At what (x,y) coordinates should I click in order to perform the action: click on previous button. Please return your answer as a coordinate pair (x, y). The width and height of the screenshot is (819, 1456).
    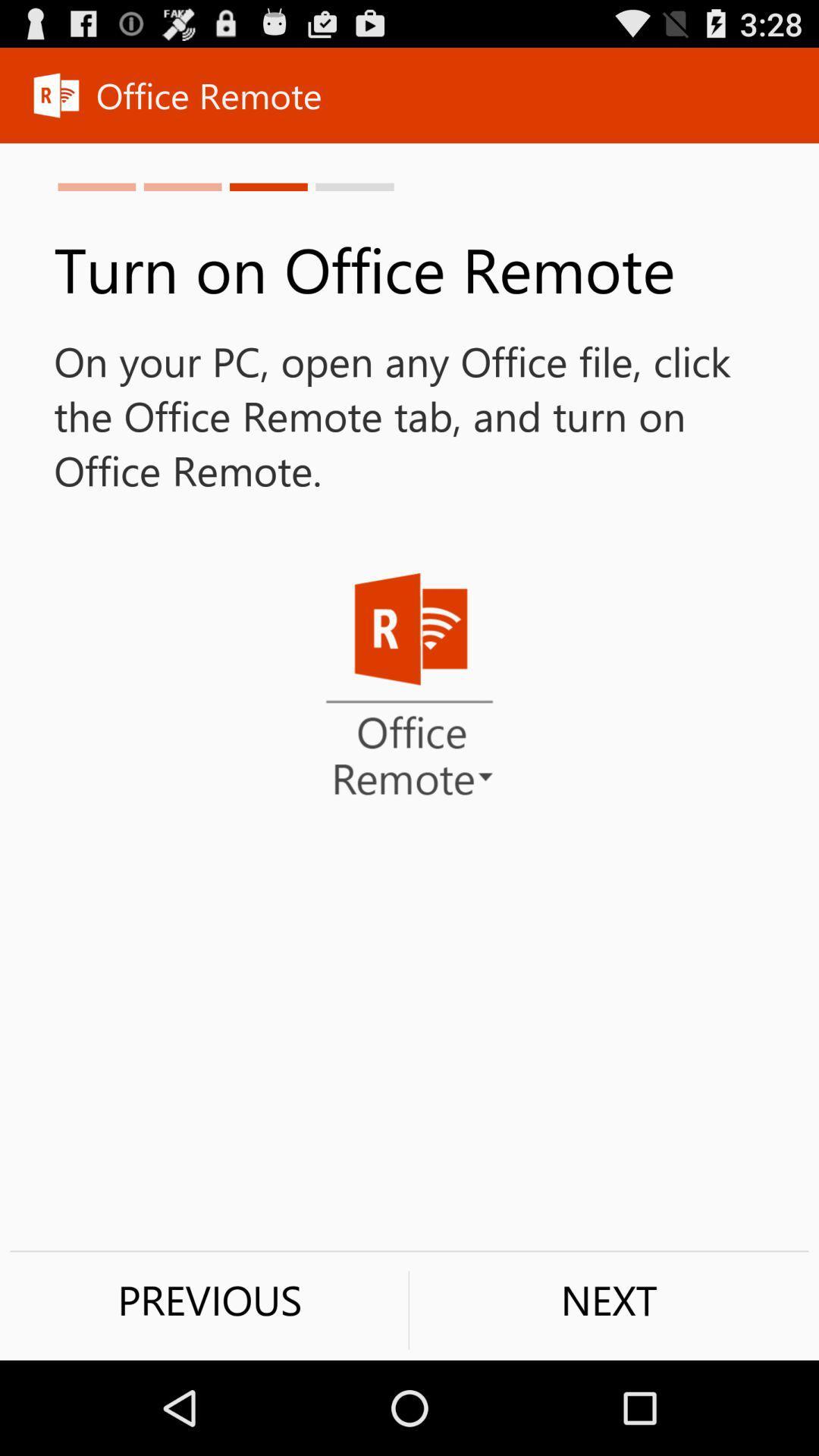
    Looking at the image, I should click on (209, 1299).